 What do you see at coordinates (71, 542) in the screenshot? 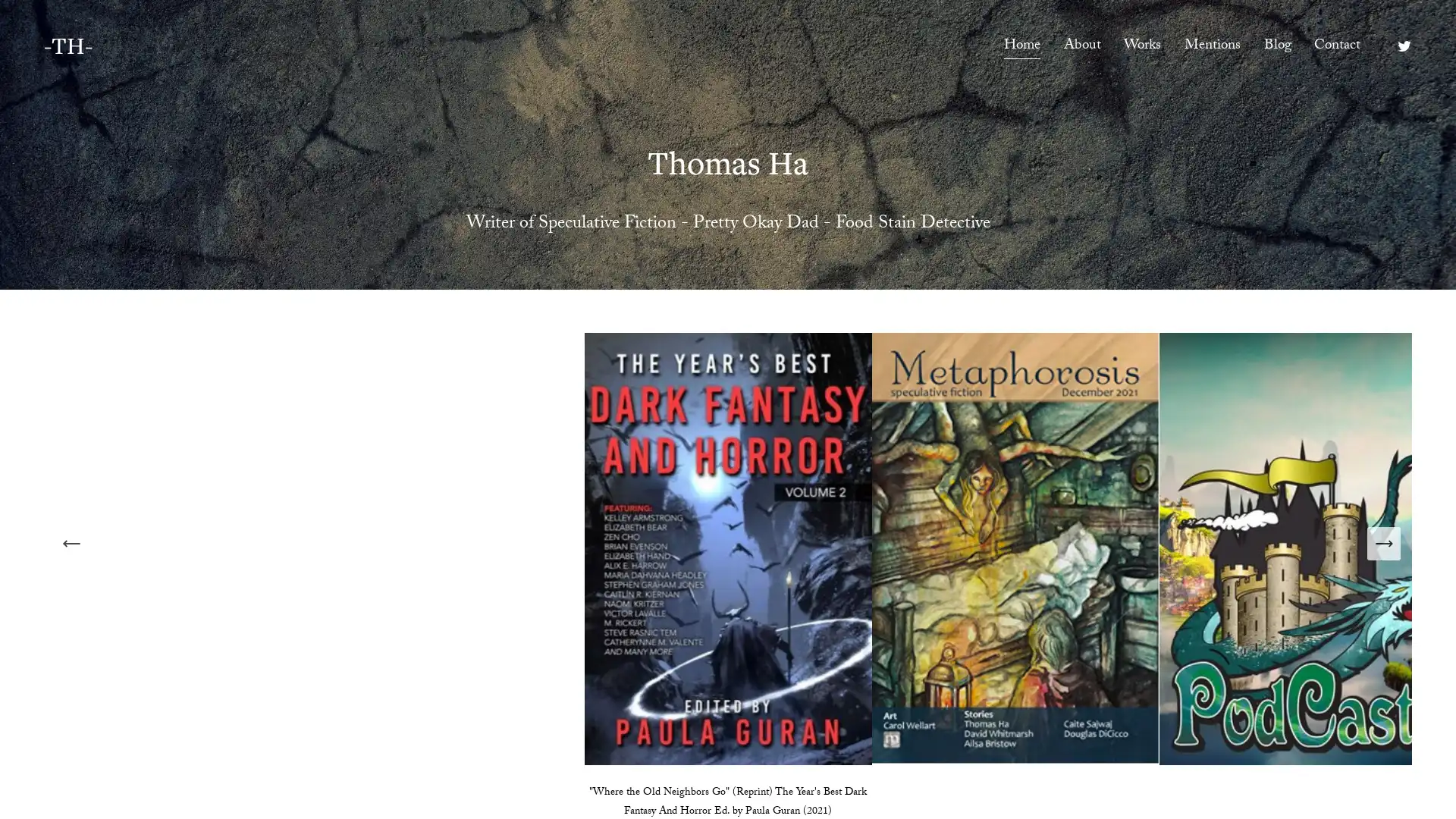
I see `Previous Slide` at bounding box center [71, 542].